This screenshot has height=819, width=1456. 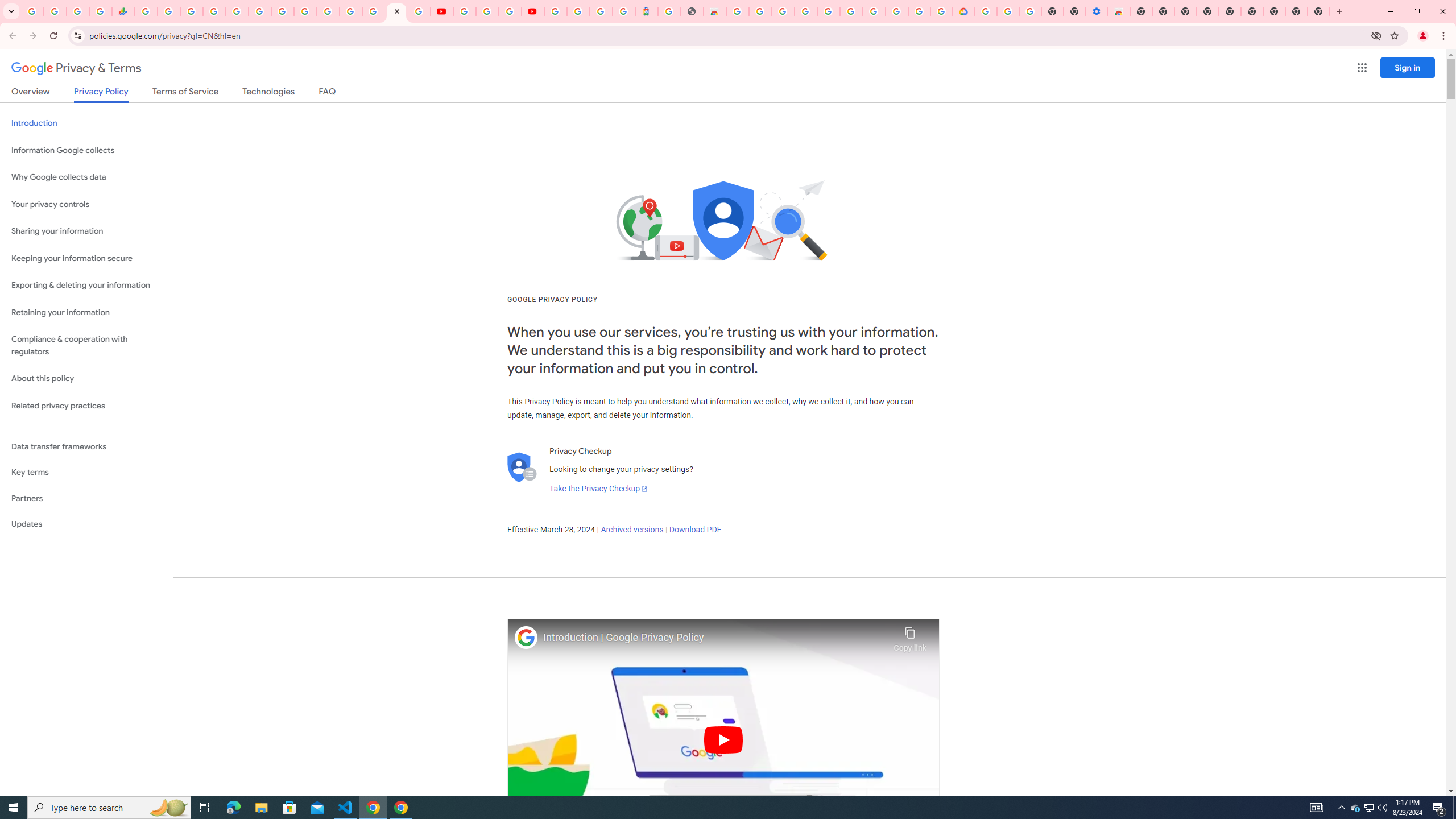 What do you see at coordinates (86, 405) in the screenshot?
I see `'Related privacy practices'` at bounding box center [86, 405].